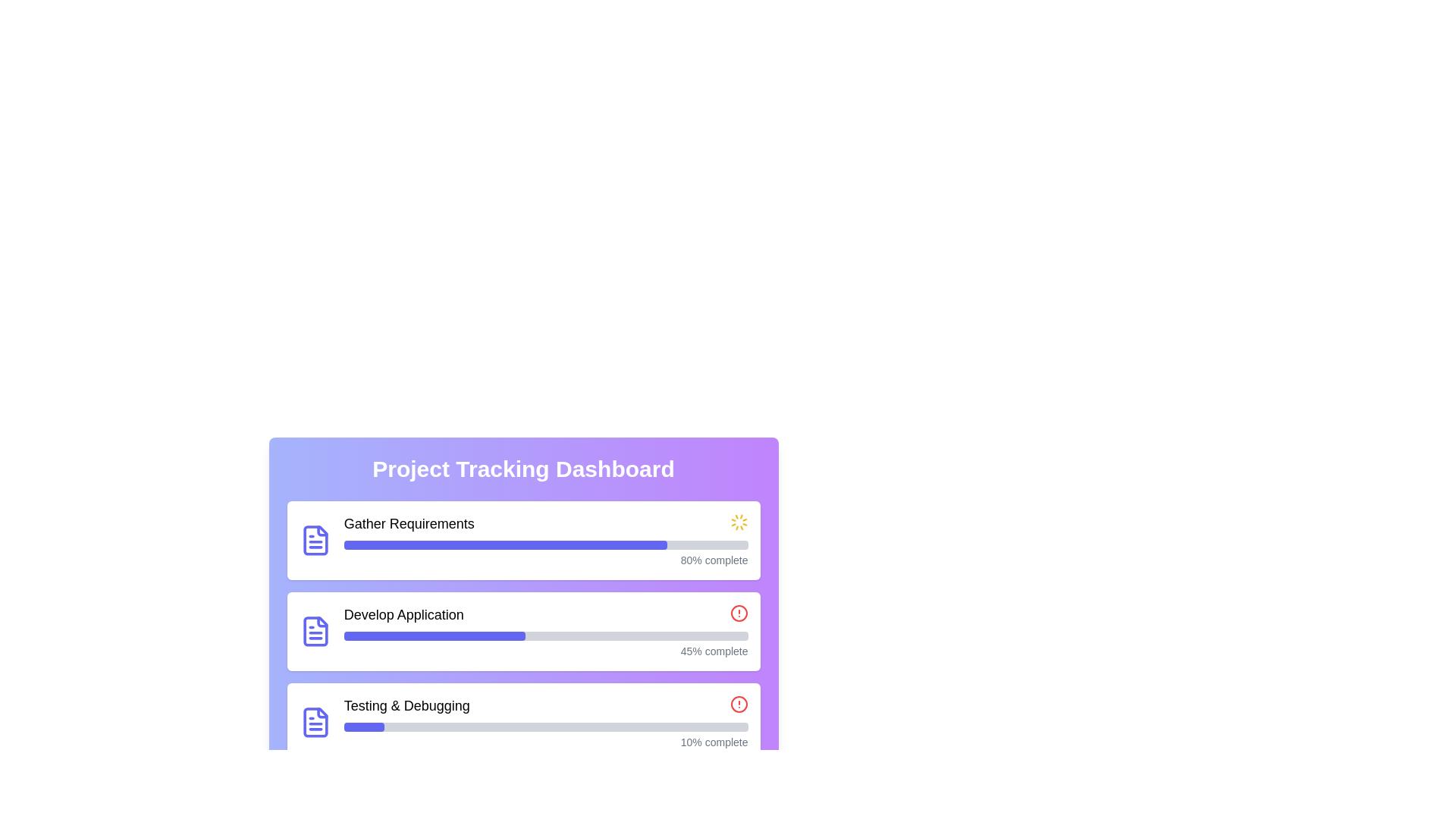 The image size is (1456, 819). Describe the element at coordinates (523, 540) in the screenshot. I see `the text label 'Gather Requirements' within the progress card that shows 80% completion in a vertically stacked list on the 'Project Tracking Dashboard'` at that location.